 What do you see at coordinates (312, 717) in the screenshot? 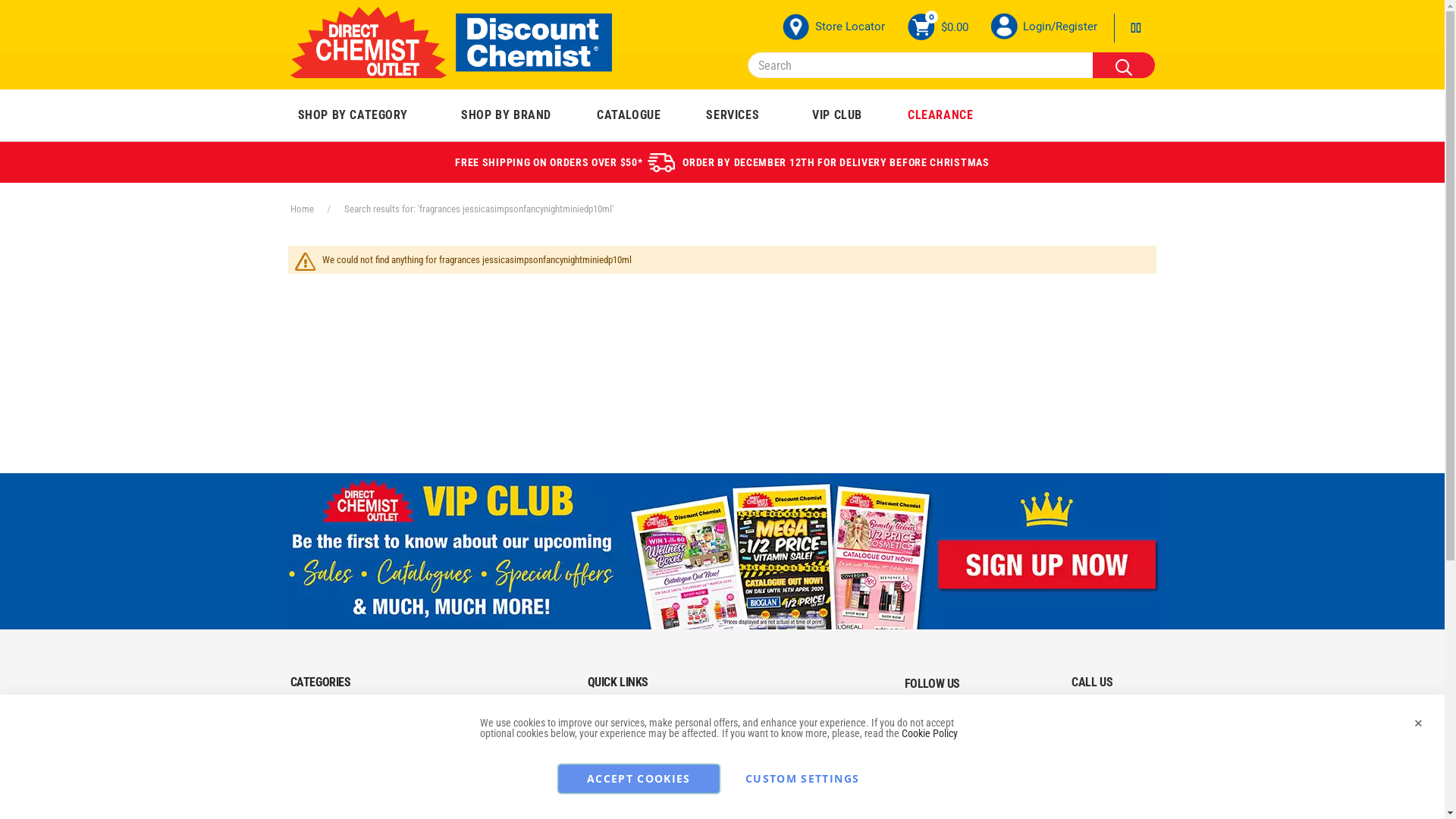
I see `'Medicines'` at bounding box center [312, 717].